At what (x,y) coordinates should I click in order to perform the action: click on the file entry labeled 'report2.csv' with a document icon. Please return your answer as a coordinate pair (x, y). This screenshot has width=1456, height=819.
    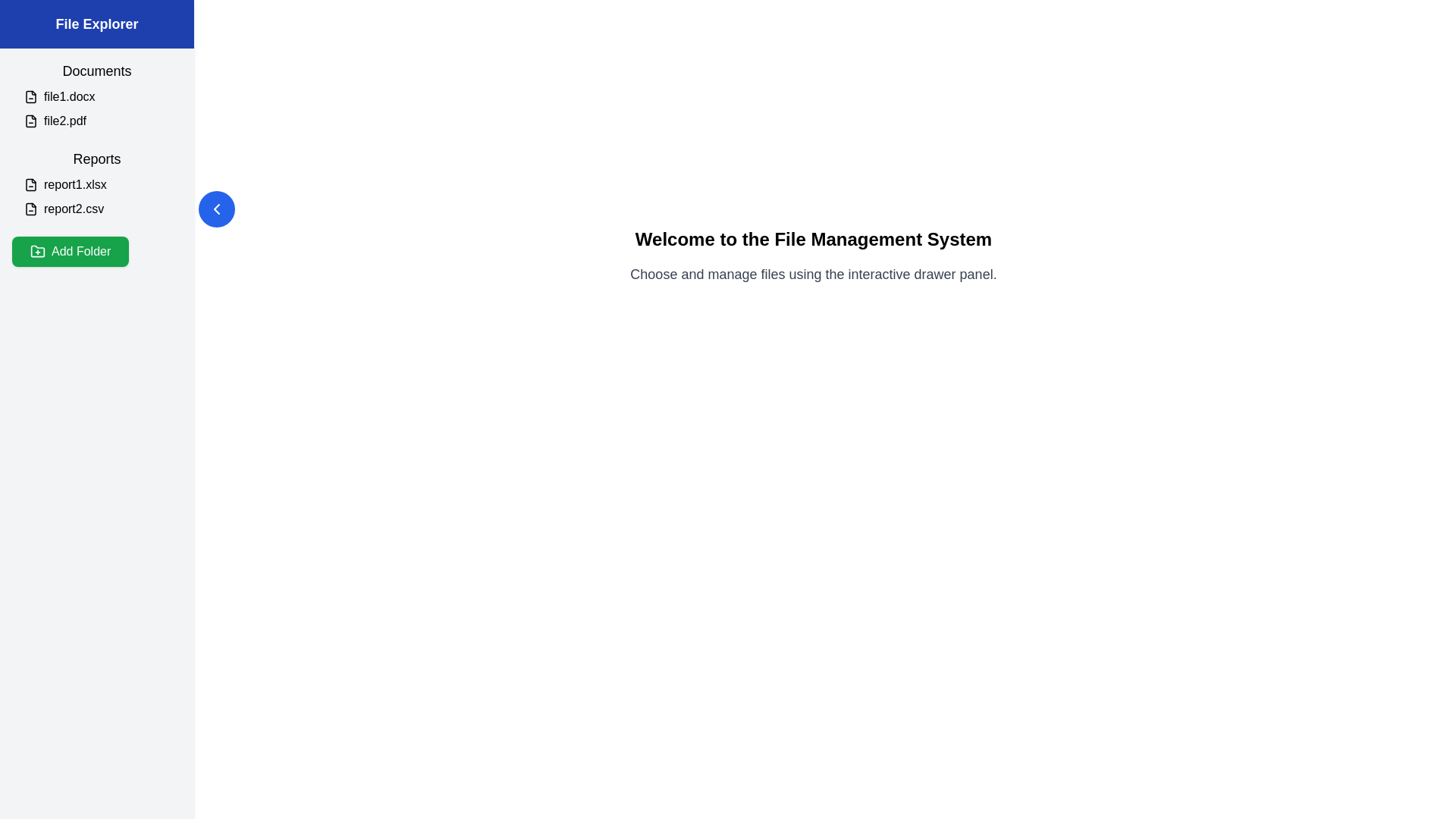
    Looking at the image, I should click on (102, 209).